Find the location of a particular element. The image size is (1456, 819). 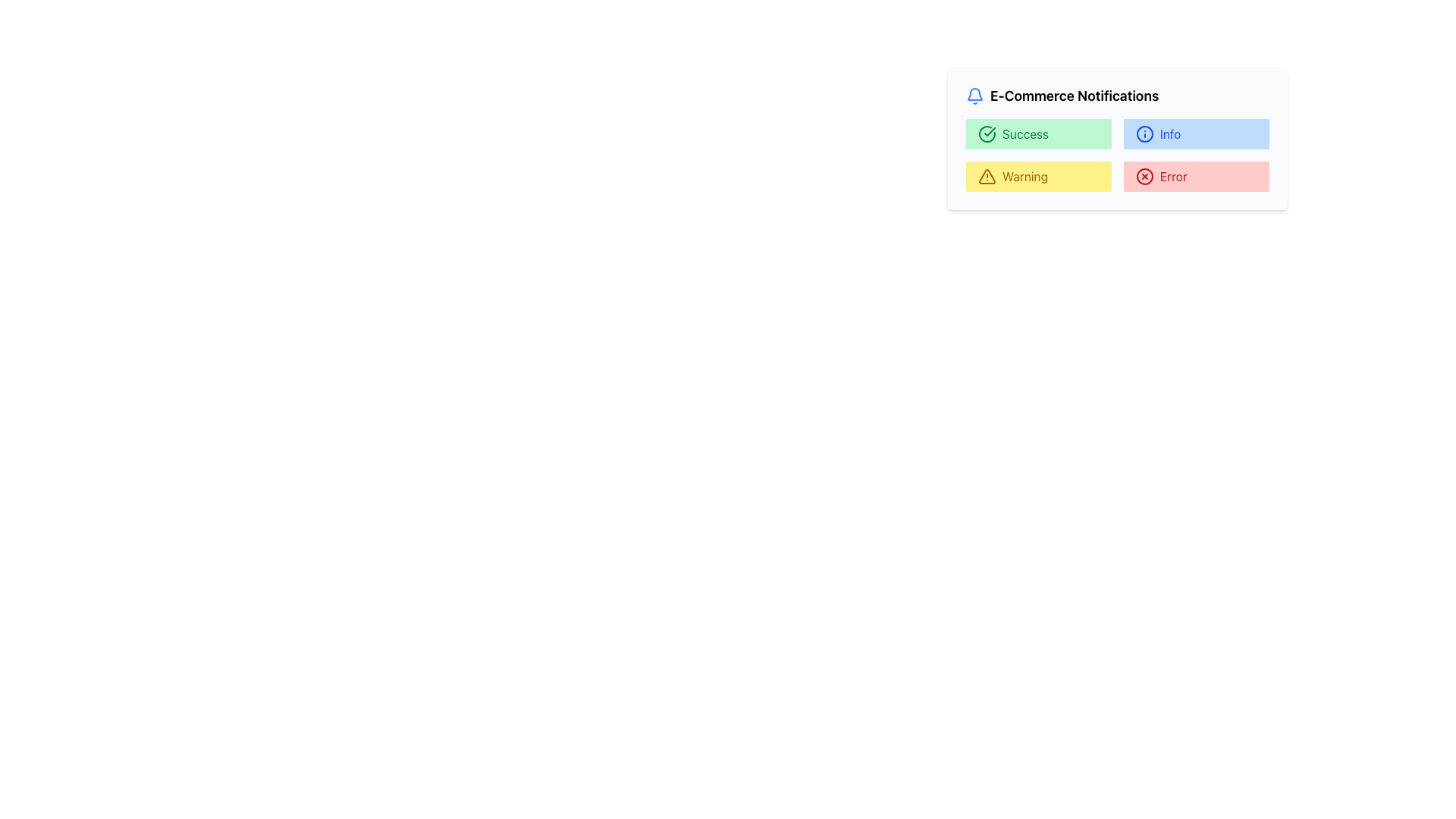

the static notification status label that indicates 'Success', located in the notification bar next to a green checkmark icon is located at coordinates (1025, 133).